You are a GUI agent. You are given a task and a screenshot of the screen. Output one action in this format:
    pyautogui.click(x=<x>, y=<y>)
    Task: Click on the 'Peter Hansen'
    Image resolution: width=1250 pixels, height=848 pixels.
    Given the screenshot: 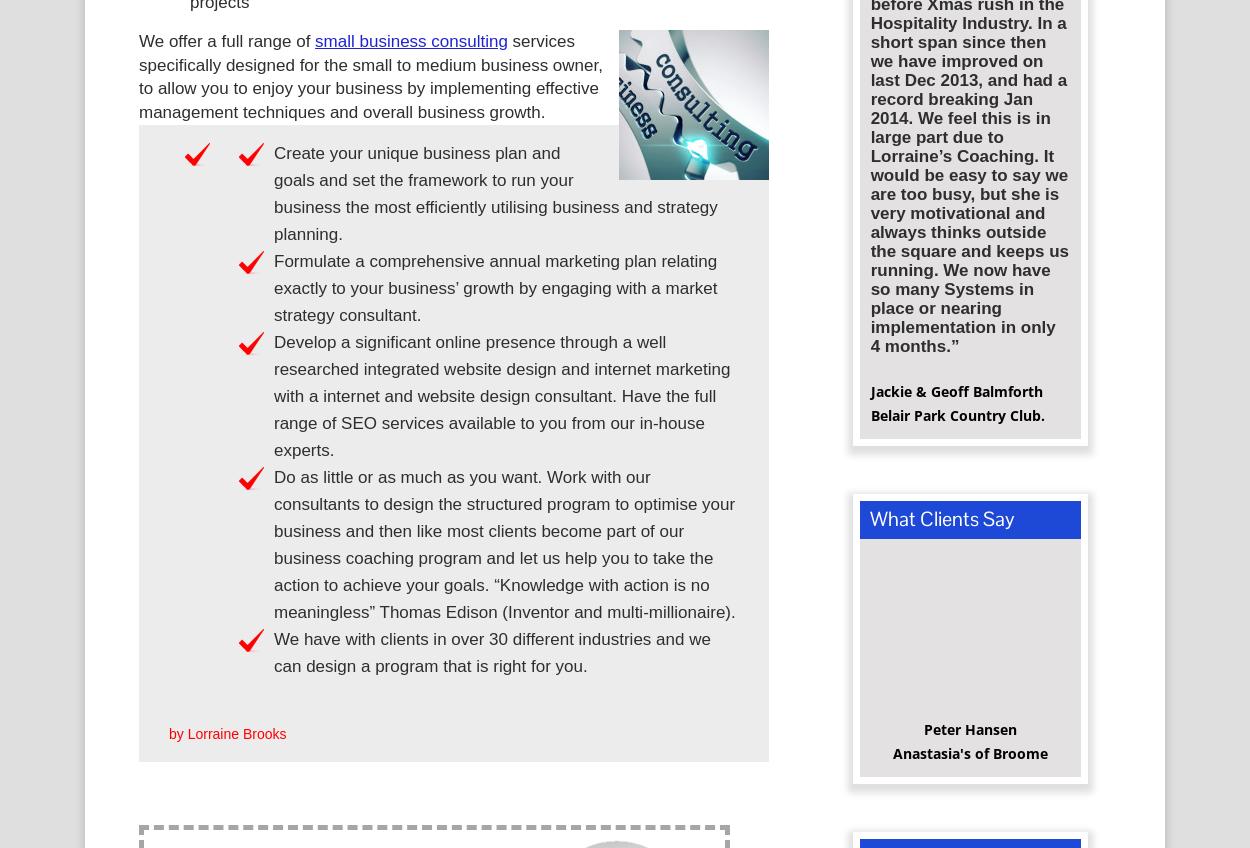 What is the action you would take?
    pyautogui.click(x=968, y=736)
    